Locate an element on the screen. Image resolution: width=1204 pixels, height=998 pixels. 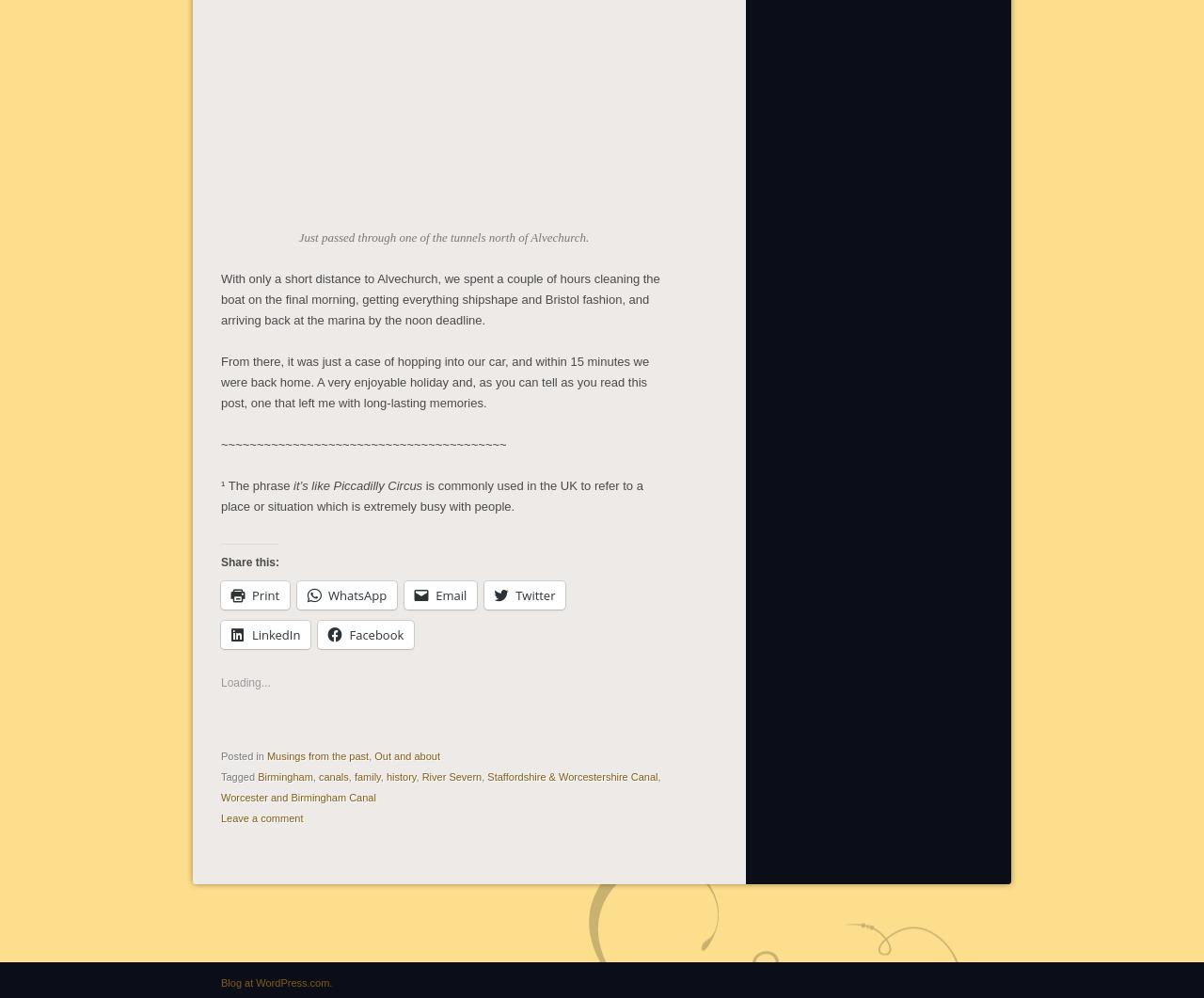
'Blog at WordPress.com.' is located at coordinates (221, 979).